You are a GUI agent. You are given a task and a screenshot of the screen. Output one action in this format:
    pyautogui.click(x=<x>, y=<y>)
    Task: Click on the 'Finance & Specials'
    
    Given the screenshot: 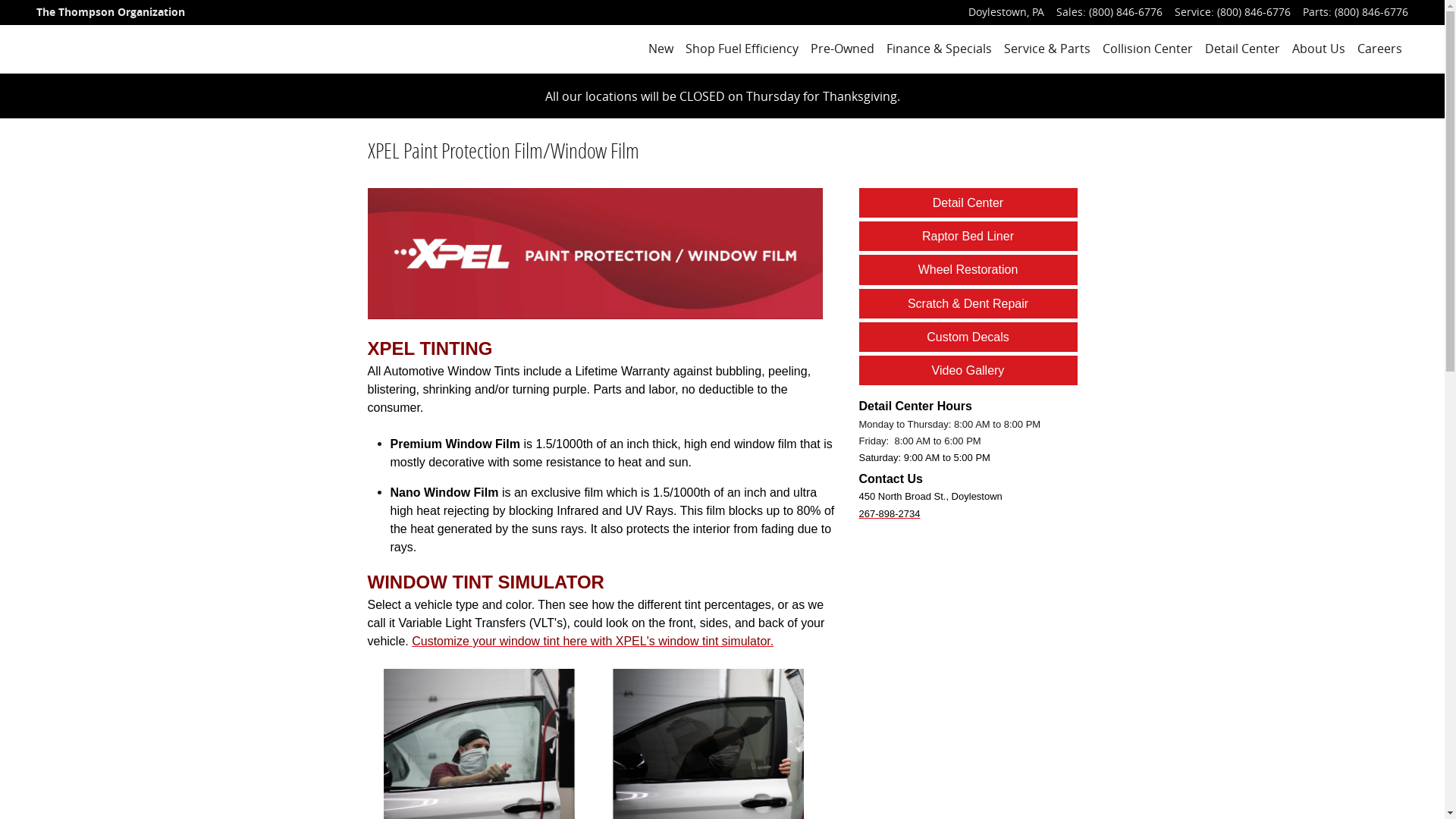 What is the action you would take?
    pyautogui.click(x=886, y=49)
    